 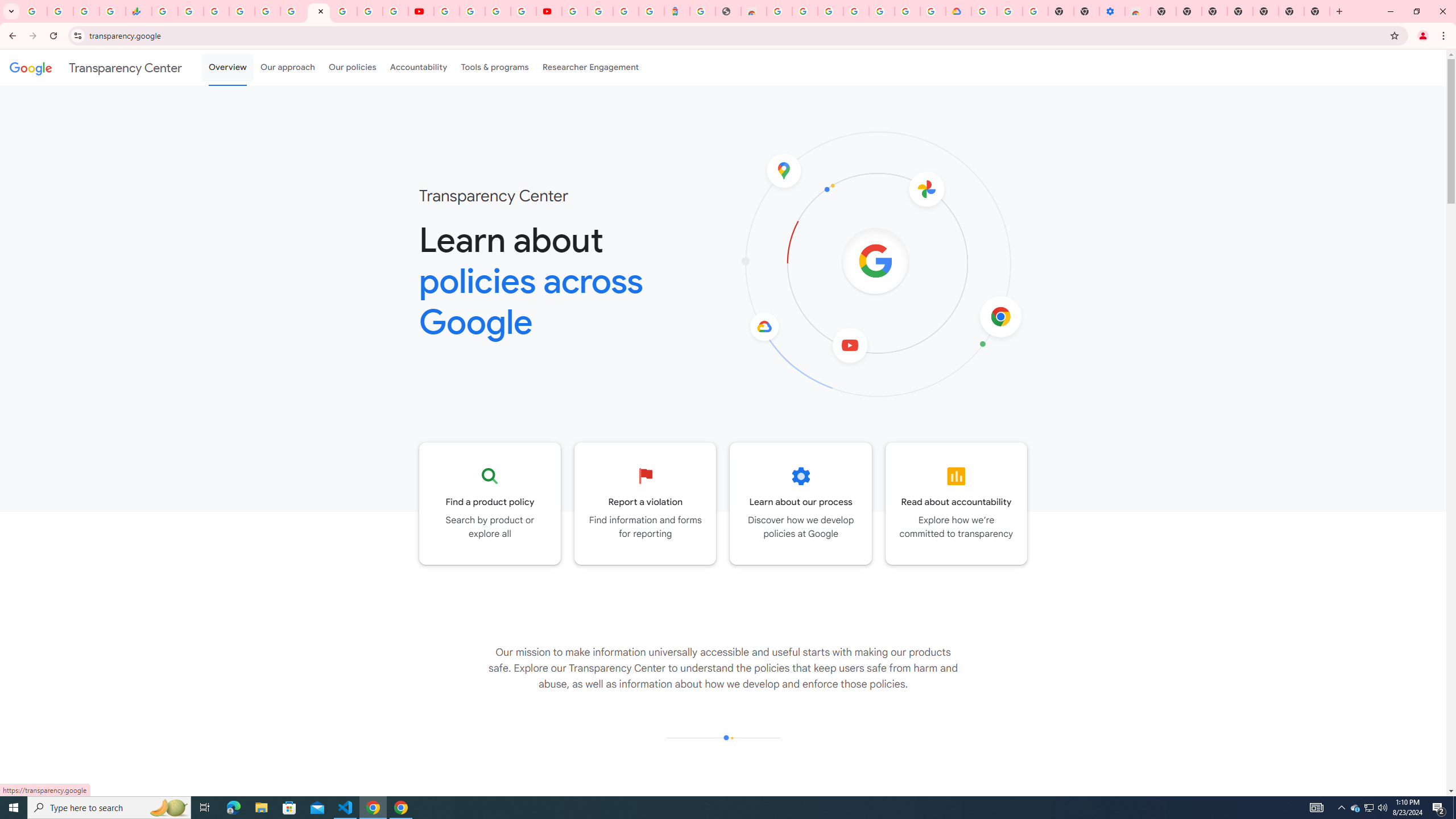 I want to click on 'Turn cookies on or off - Computer - Google Account Help', so click(x=1035, y=11).